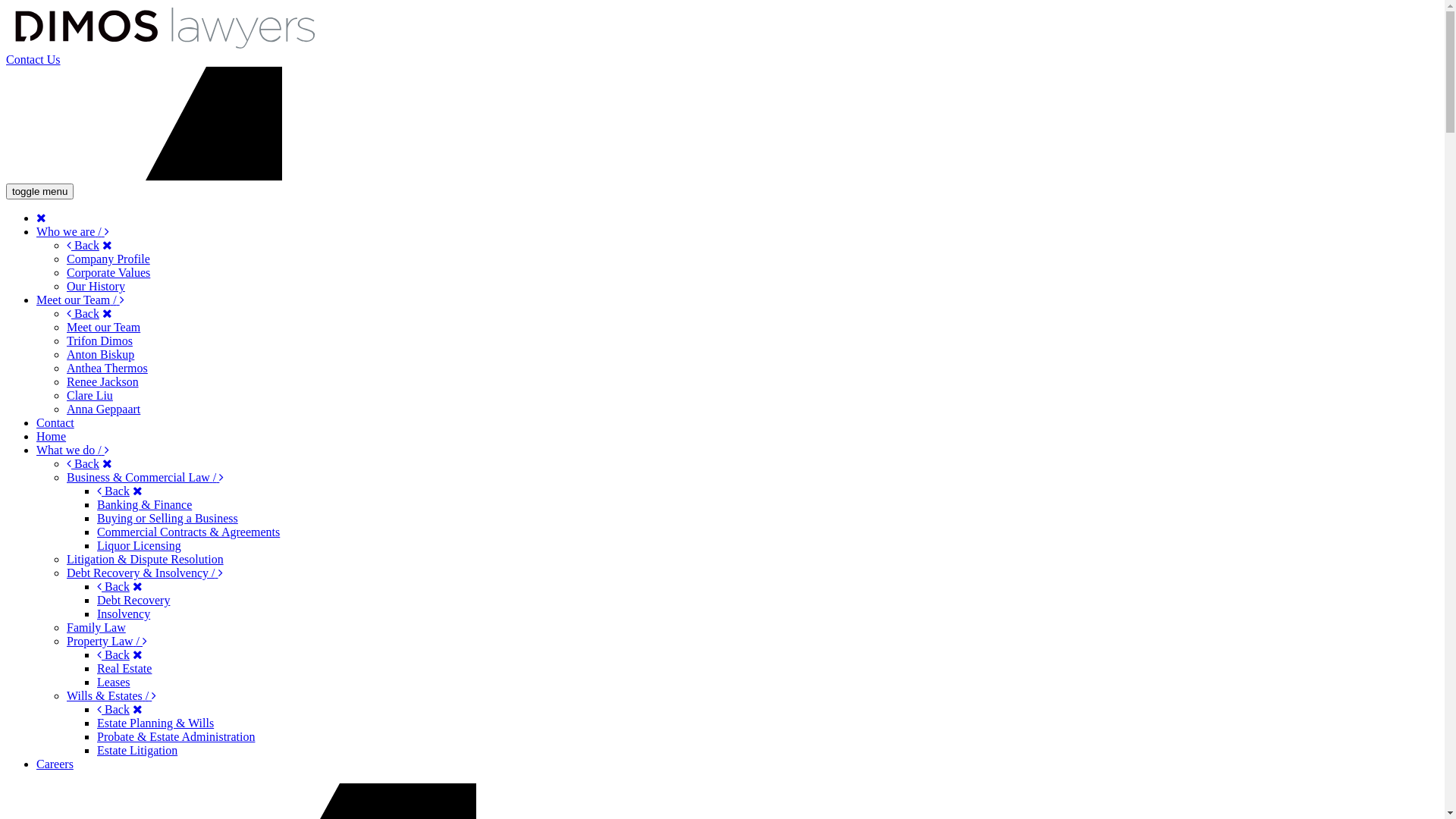 This screenshot has height=819, width=1456. I want to click on 'Careers', so click(55, 764).